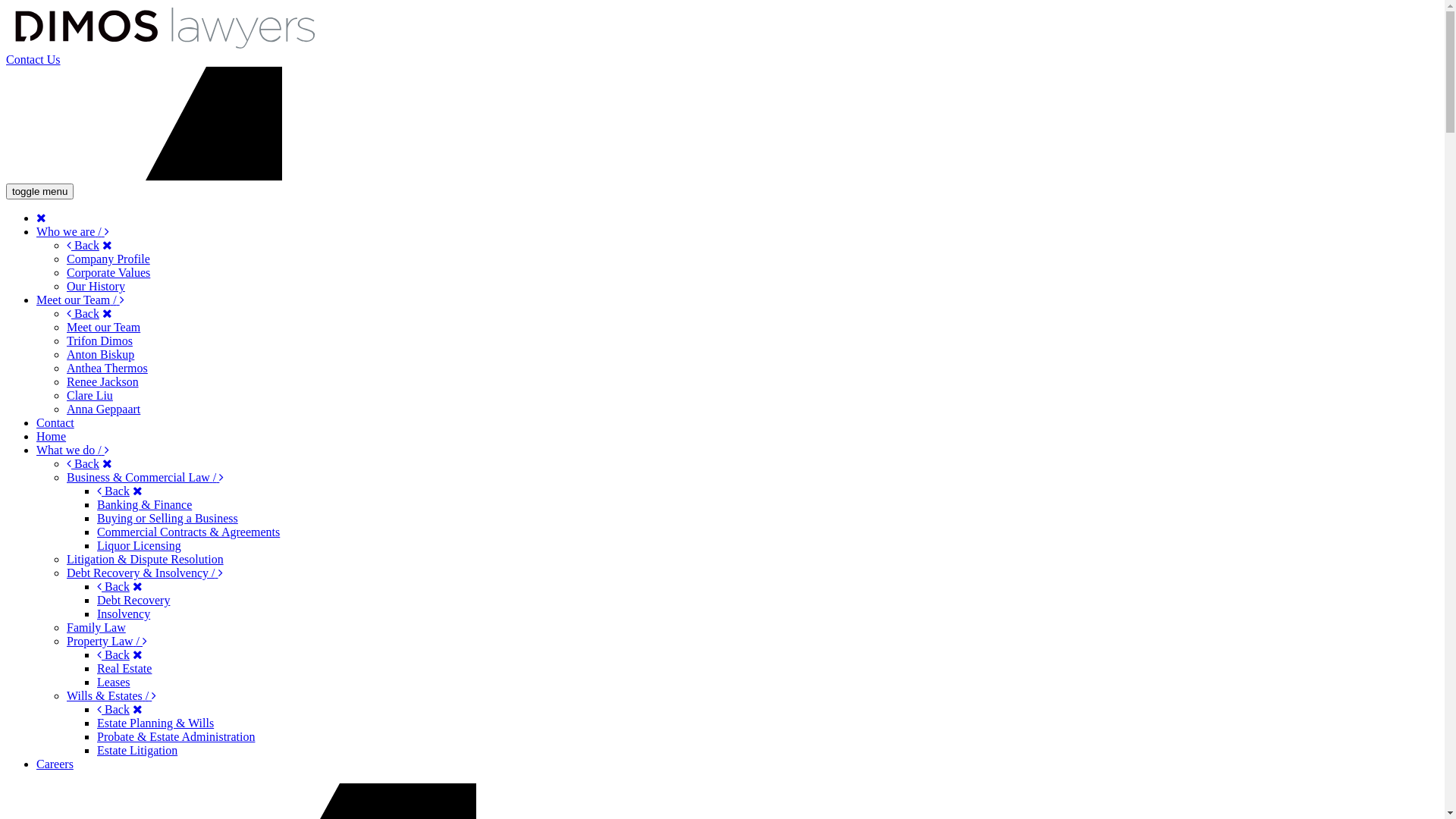 This screenshot has height=819, width=1456. I want to click on 'Careers', so click(55, 764).